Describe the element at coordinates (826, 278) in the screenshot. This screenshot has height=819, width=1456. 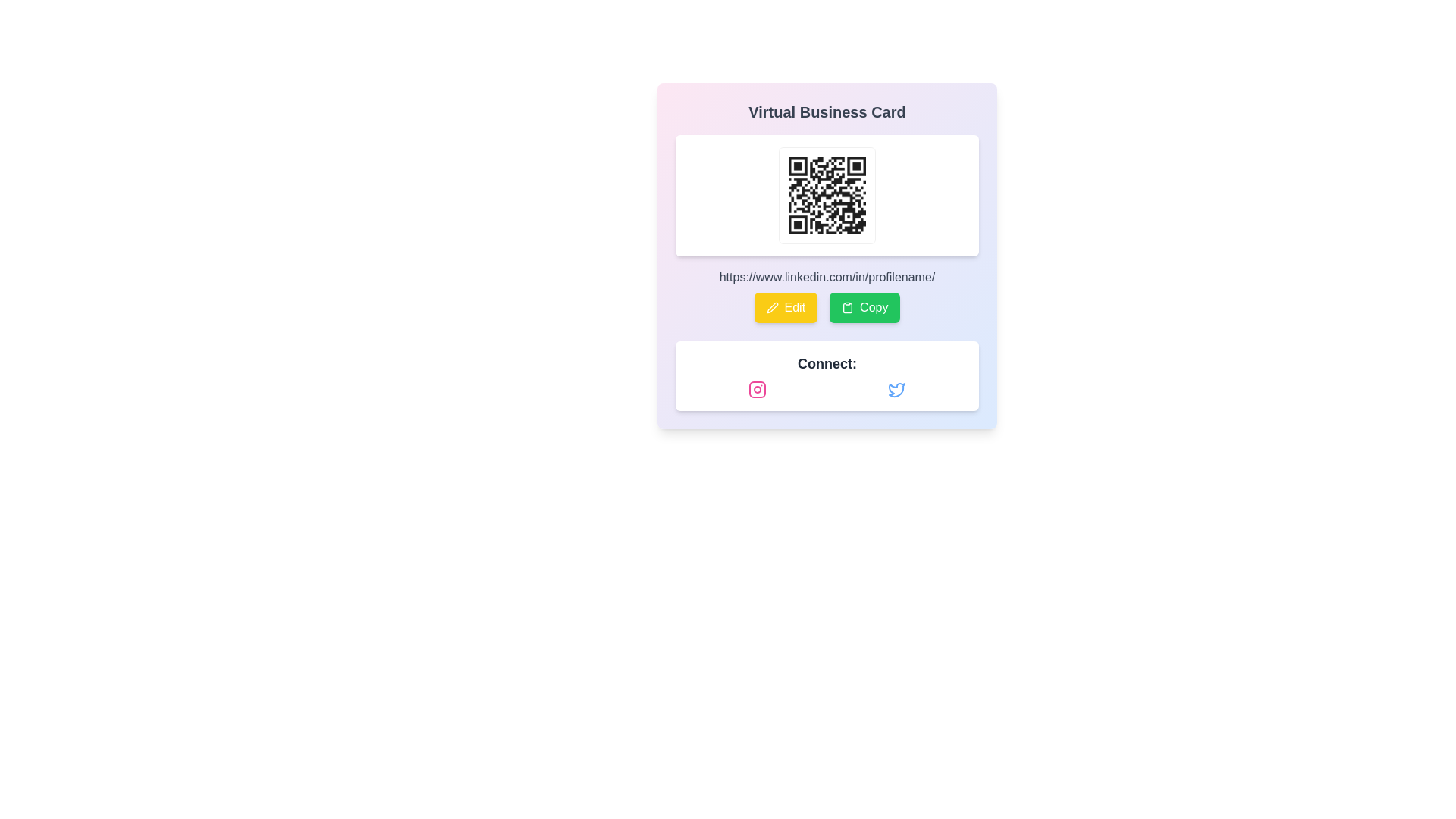
I see `the hyperlink displaying the URL 'https://www.linkedin.com/in/profilename/' which is centered below the QR code in the virtual business card interface` at that location.